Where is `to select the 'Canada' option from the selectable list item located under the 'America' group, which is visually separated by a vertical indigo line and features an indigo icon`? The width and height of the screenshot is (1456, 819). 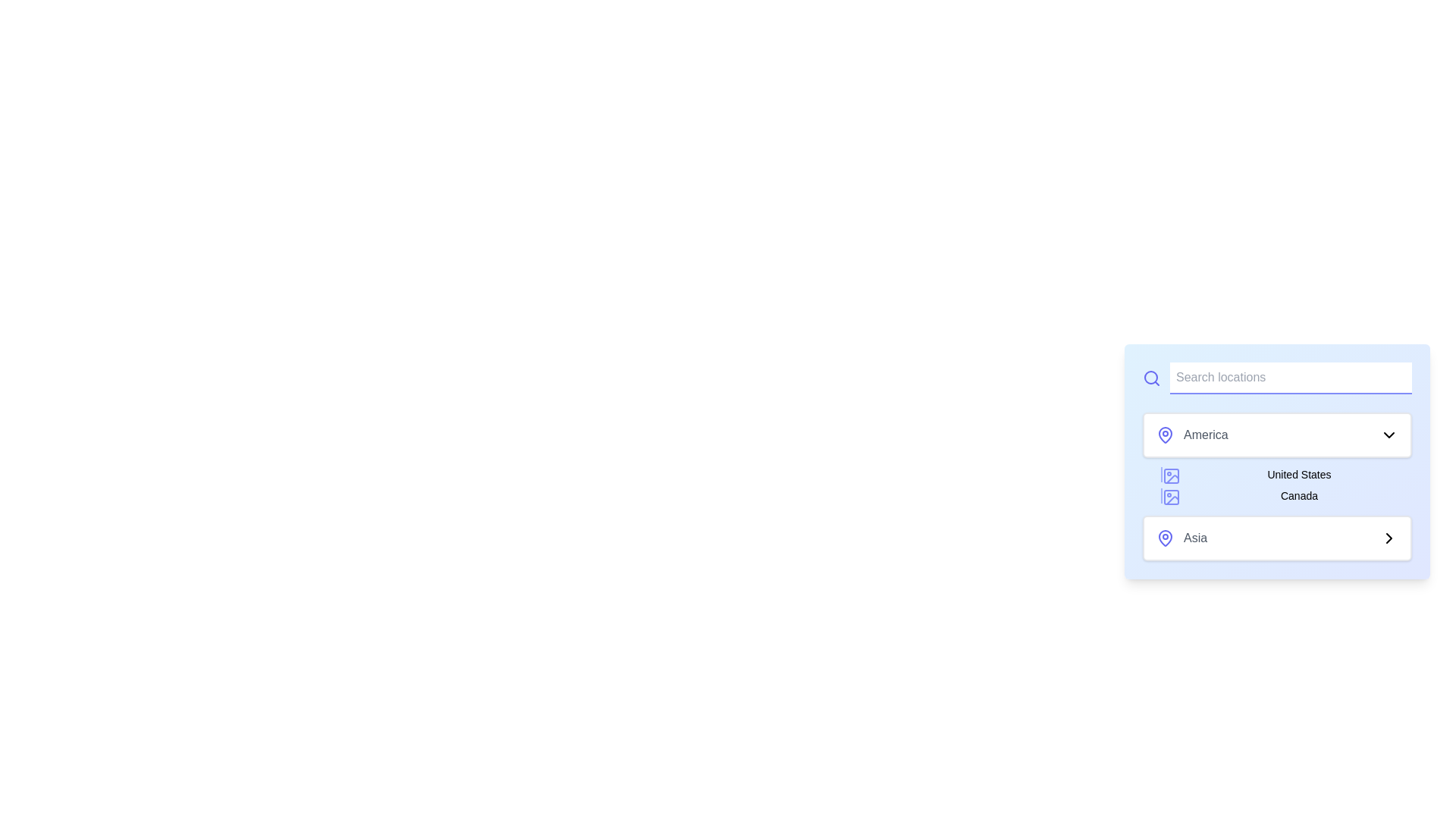
to select the 'Canada' option from the selectable list item located under the 'America' group, which is visually separated by a vertical indigo line and features an indigo icon is located at coordinates (1285, 496).